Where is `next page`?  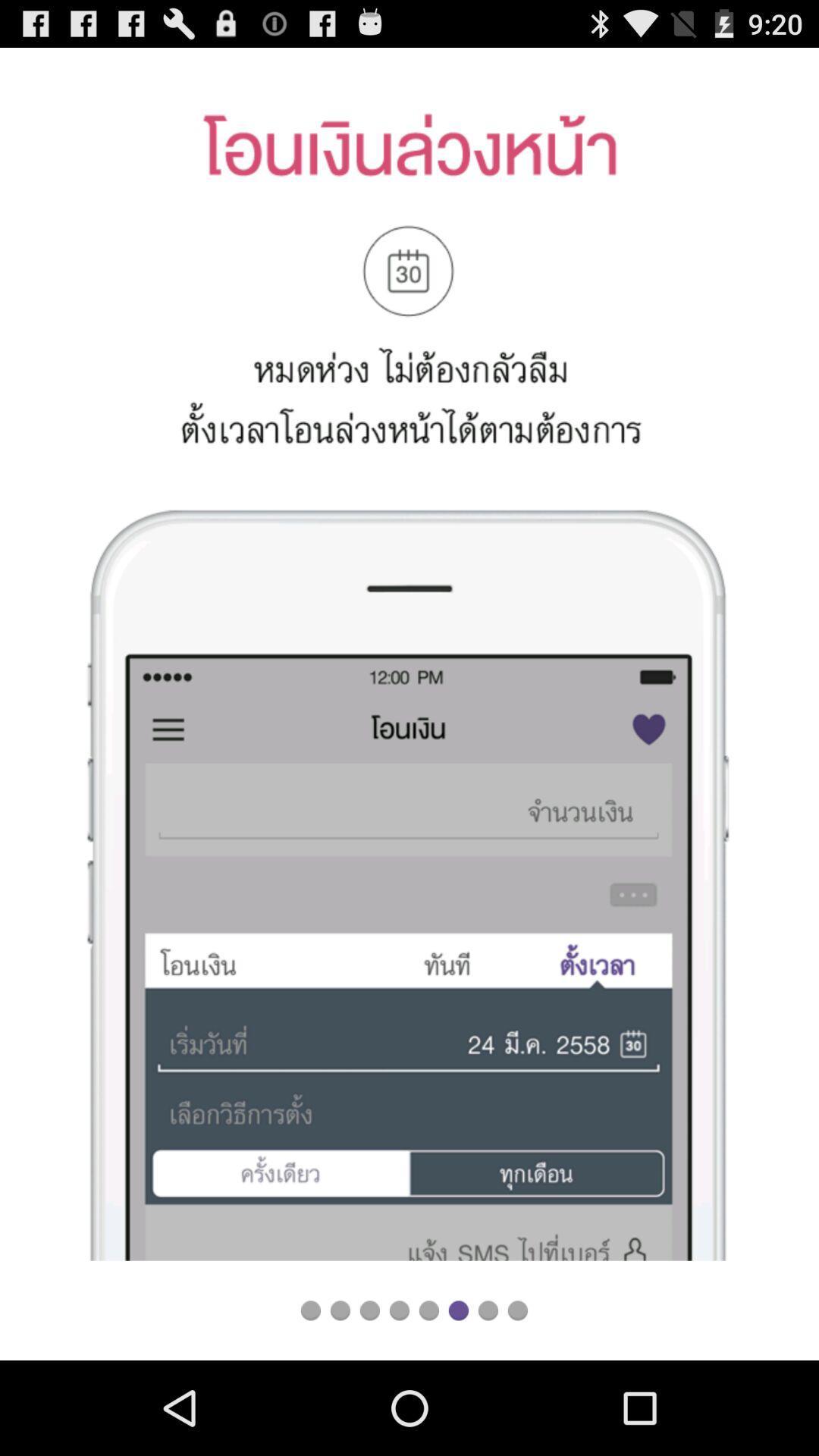 next page is located at coordinates (488, 1310).